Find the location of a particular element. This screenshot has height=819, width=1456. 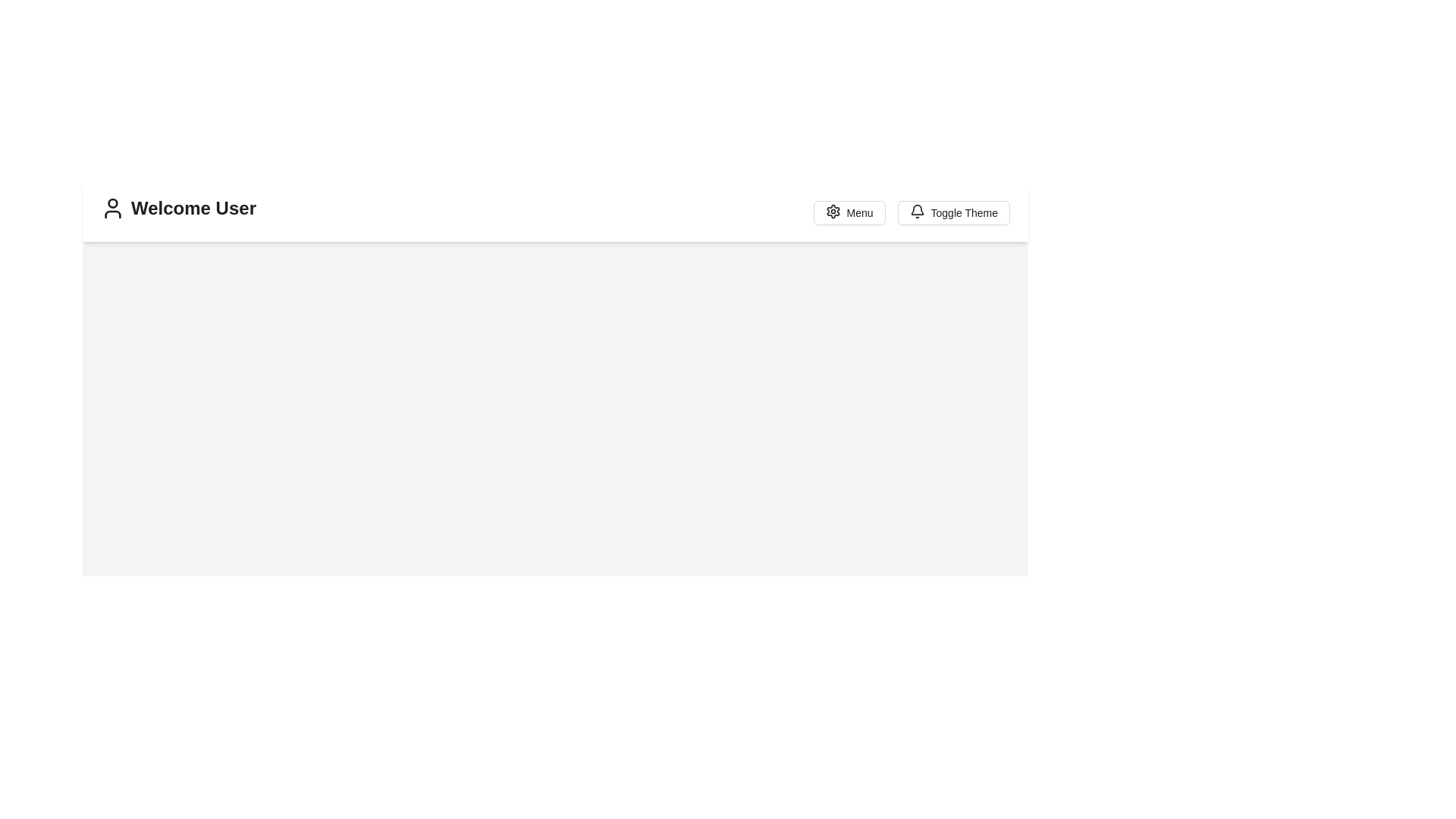

the decorative circle graphic that is part of the SVG user icon, located just above the 'Welcome User' label is located at coordinates (111, 202).